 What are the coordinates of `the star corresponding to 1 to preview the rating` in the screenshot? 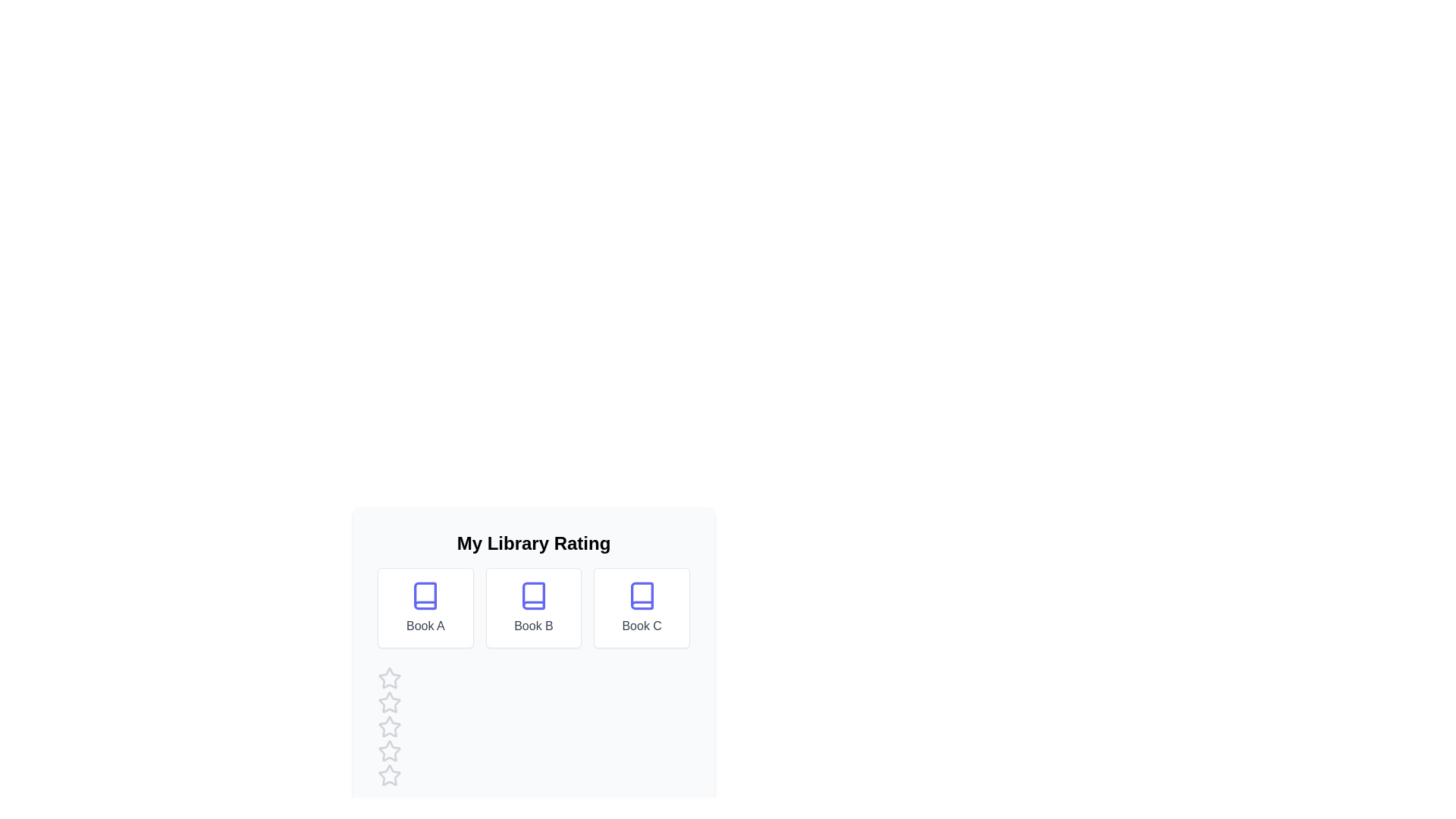 It's located at (389, 677).